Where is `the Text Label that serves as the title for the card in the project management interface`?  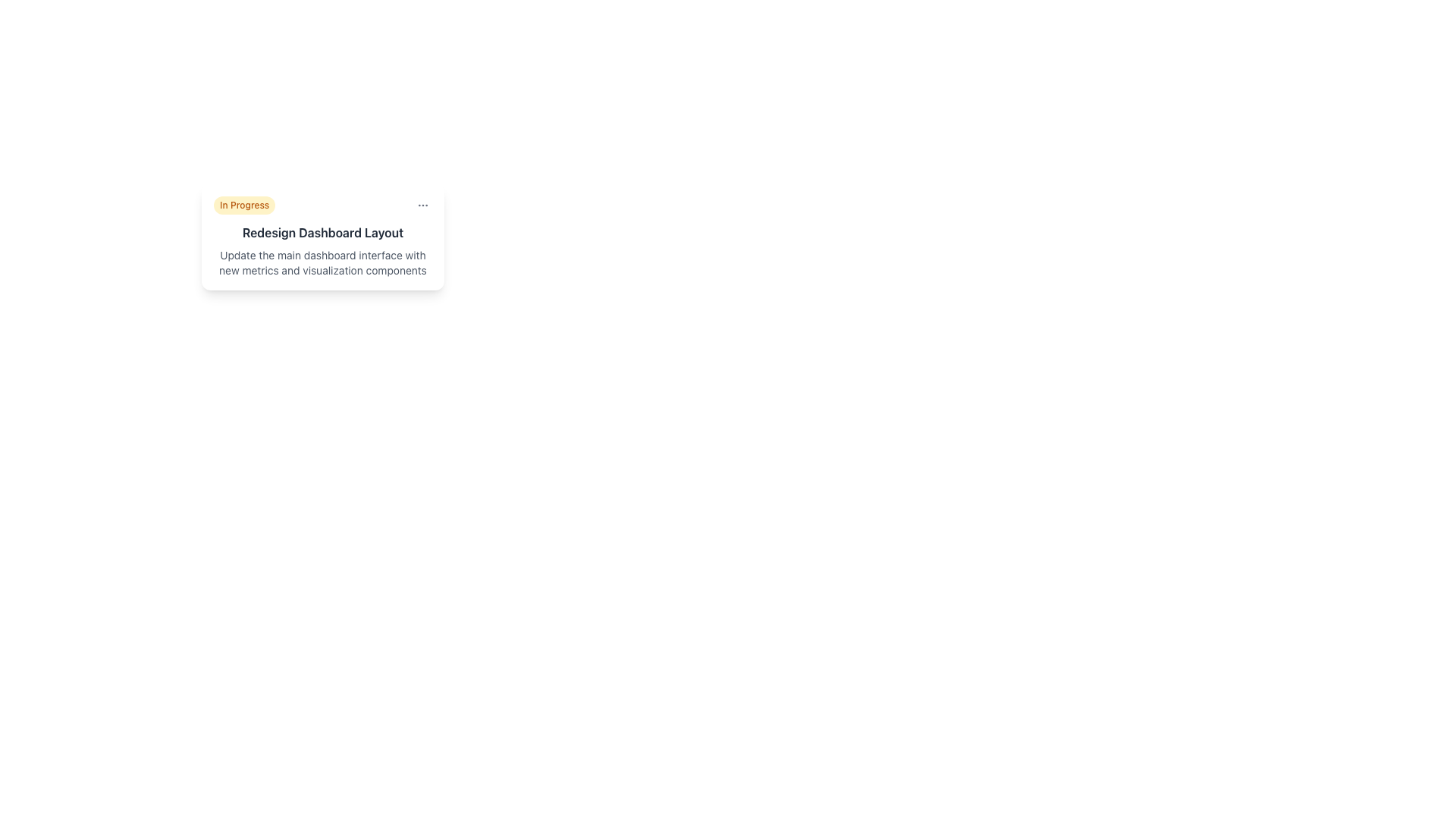
the Text Label that serves as the title for the card in the project management interface is located at coordinates (322, 233).